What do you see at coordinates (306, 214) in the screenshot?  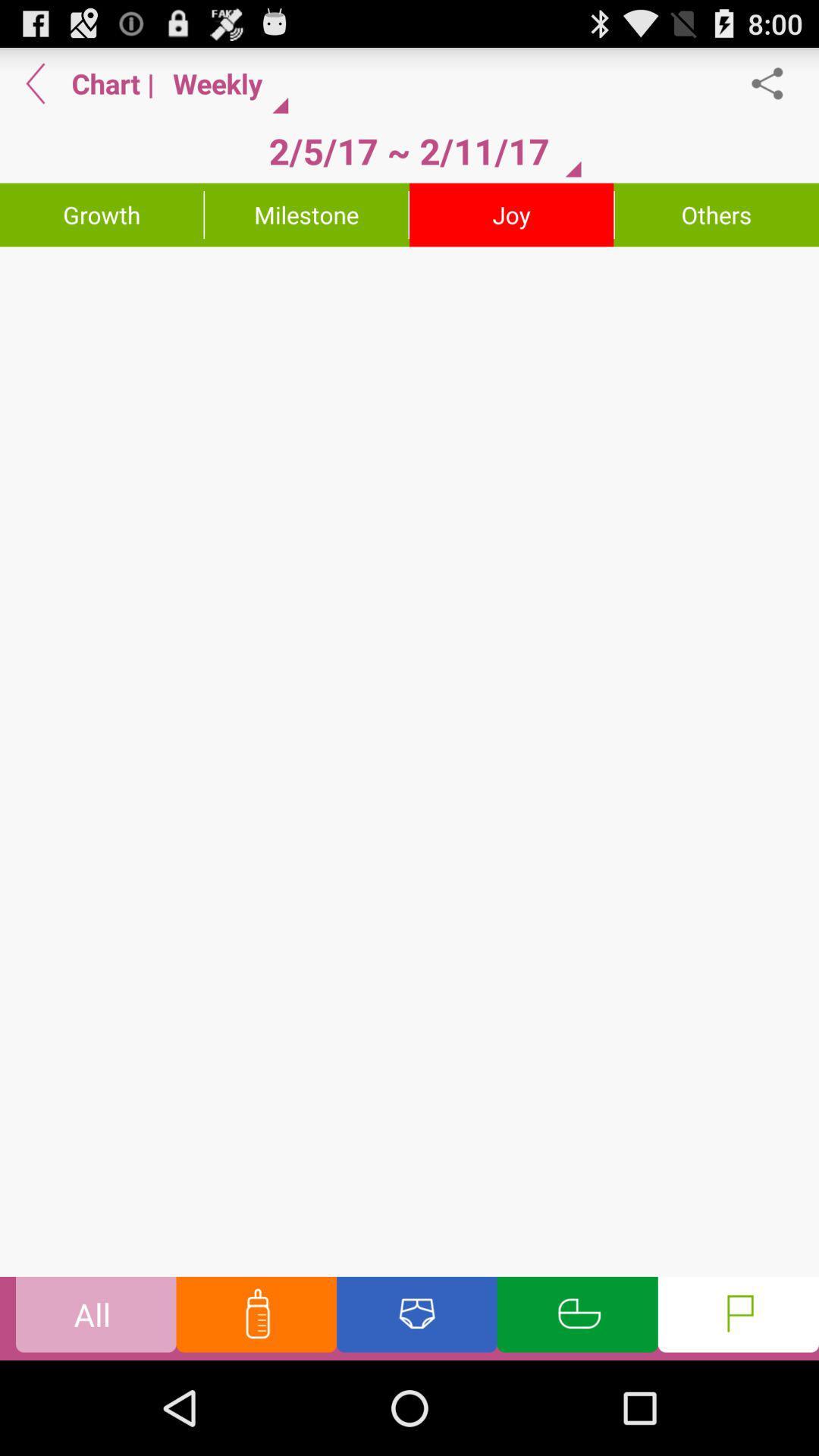 I see `item below 2 5 17 button` at bounding box center [306, 214].